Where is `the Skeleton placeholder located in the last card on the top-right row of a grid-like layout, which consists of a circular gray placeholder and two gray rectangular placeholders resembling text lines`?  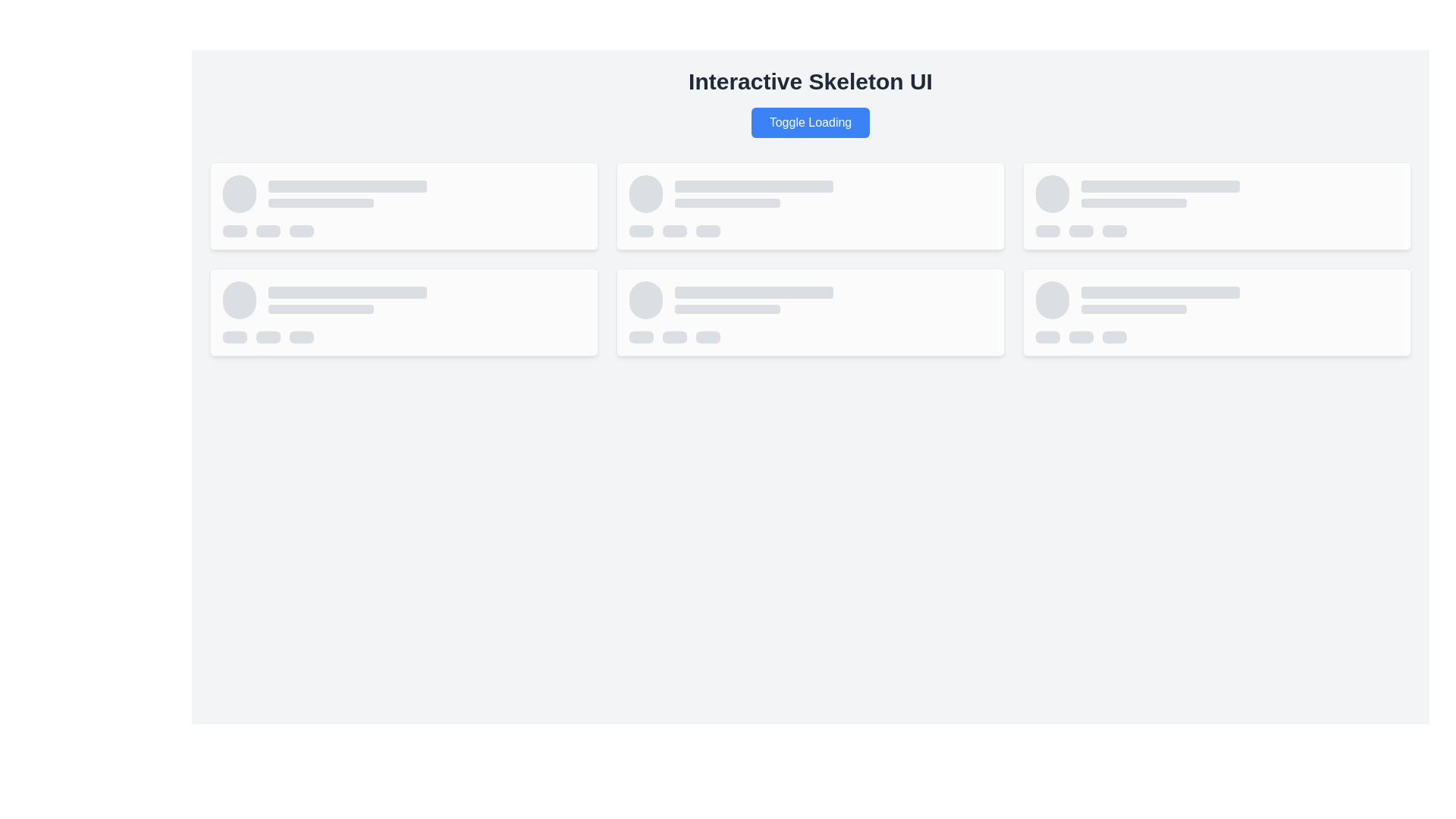
the Skeleton placeholder located in the last card on the top-right row of a grid-like layout, which consists of a circular gray placeholder and two gray rectangular placeholders resembling text lines is located at coordinates (1216, 193).